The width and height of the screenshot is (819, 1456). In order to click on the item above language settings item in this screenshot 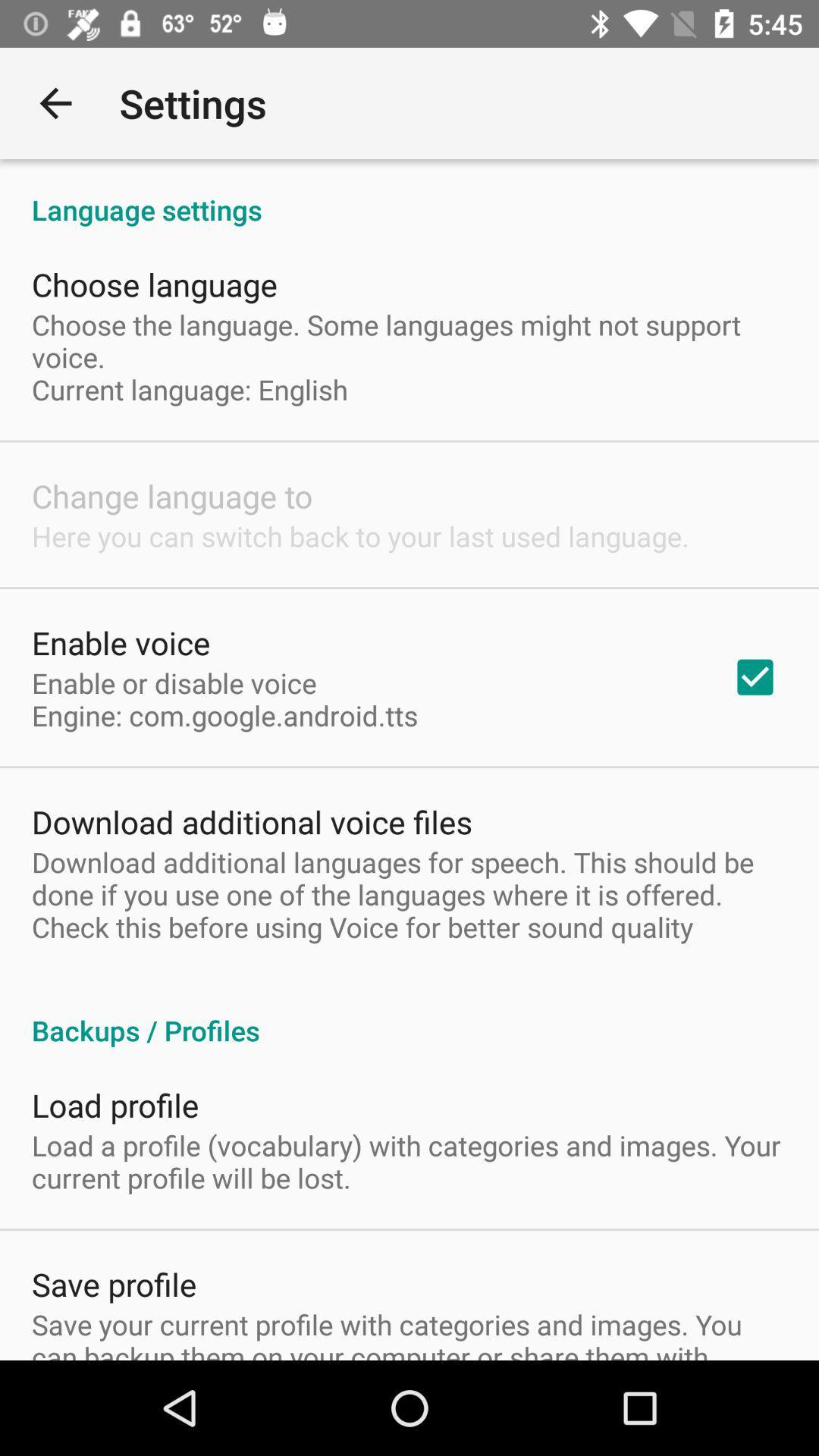, I will do `click(55, 102)`.